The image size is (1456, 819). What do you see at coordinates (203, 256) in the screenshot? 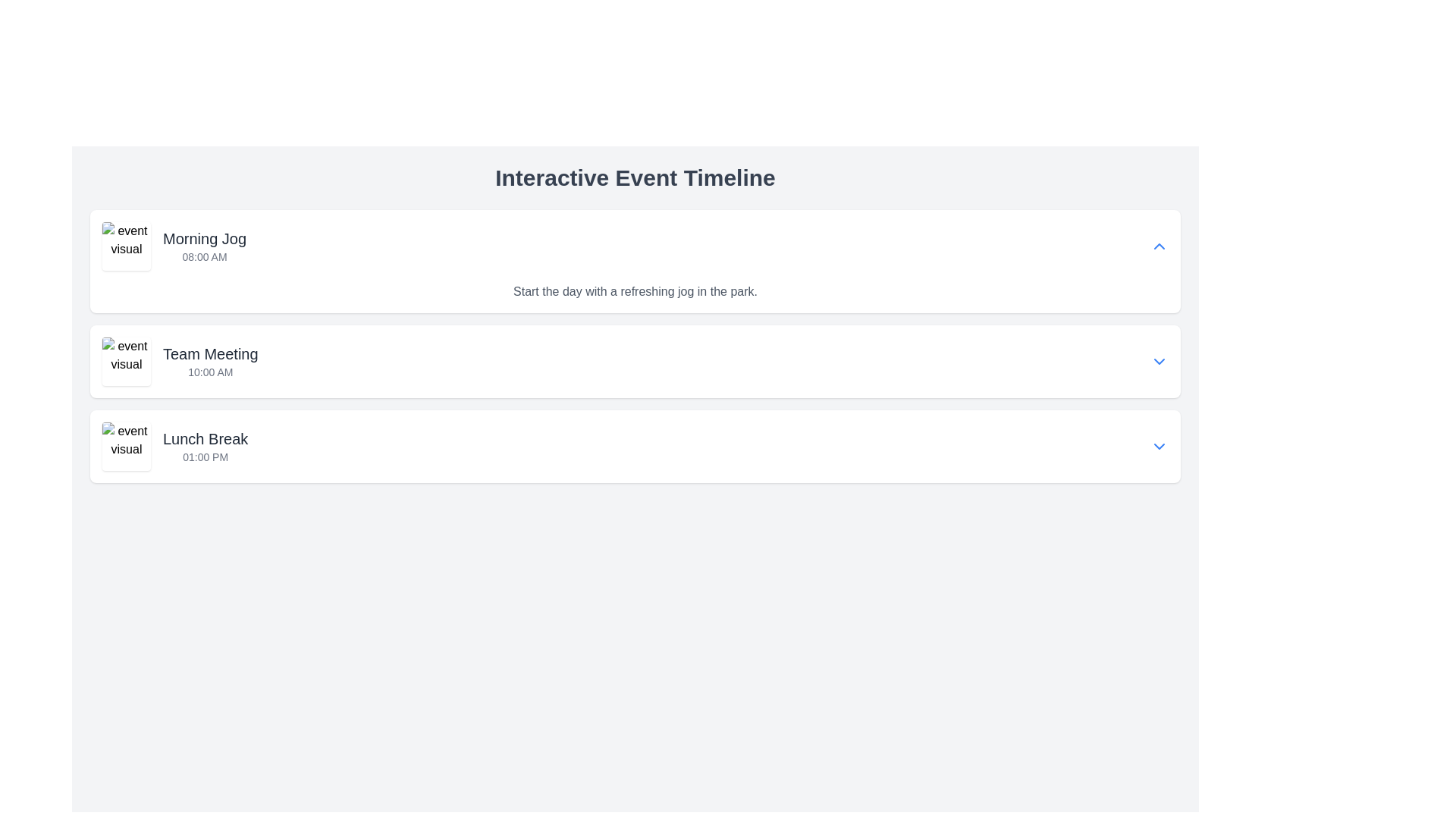
I see `the text label displaying '08:00 AM' in light gray color, which is located beneath the title 'Morning Jog' in the first event card` at bounding box center [203, 256].